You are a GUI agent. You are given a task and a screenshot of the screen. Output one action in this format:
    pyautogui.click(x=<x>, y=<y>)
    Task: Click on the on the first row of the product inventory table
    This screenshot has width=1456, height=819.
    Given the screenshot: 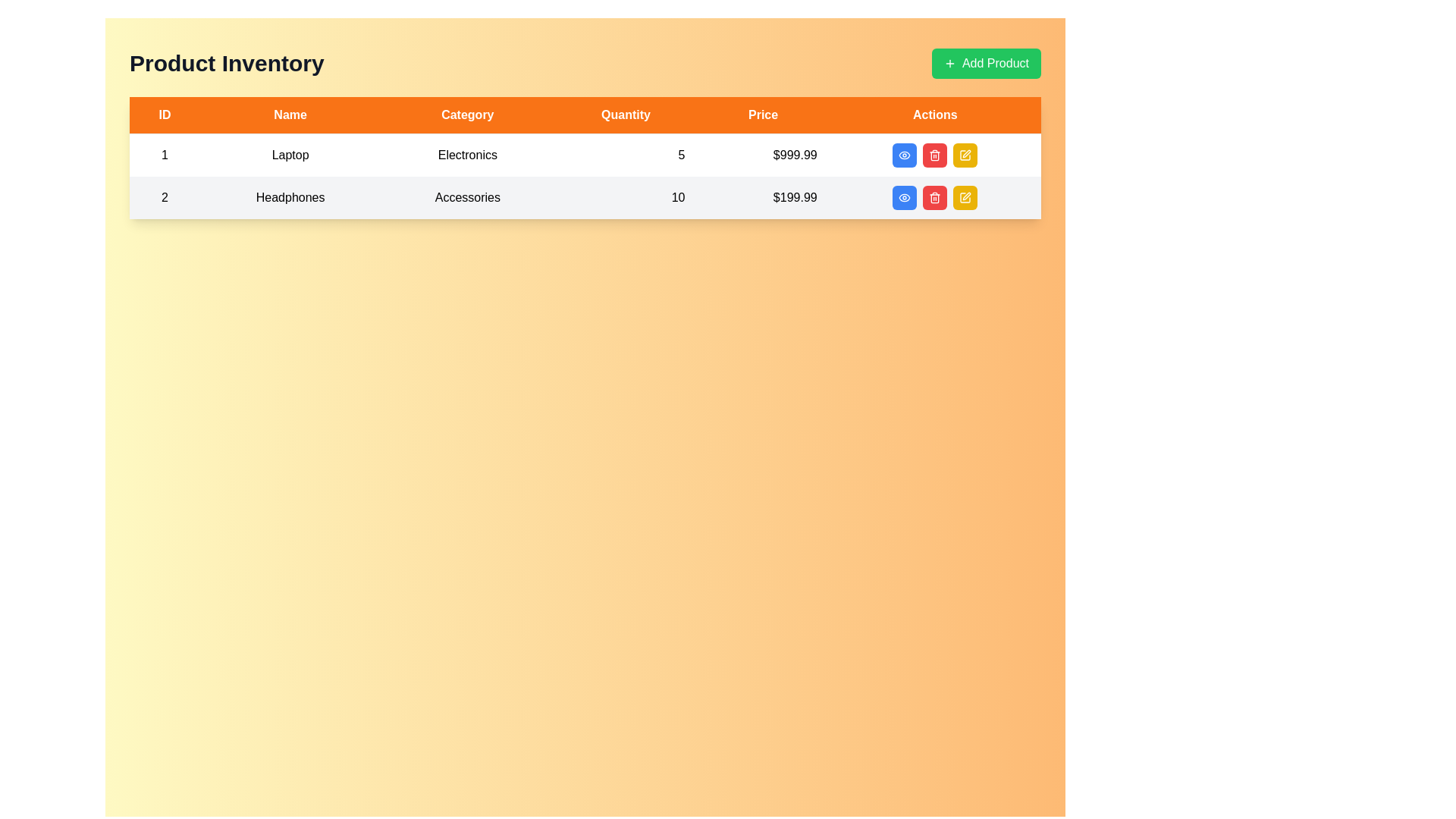 What is the action you would take?
    pyautogui.click(x=585, y=155)
    